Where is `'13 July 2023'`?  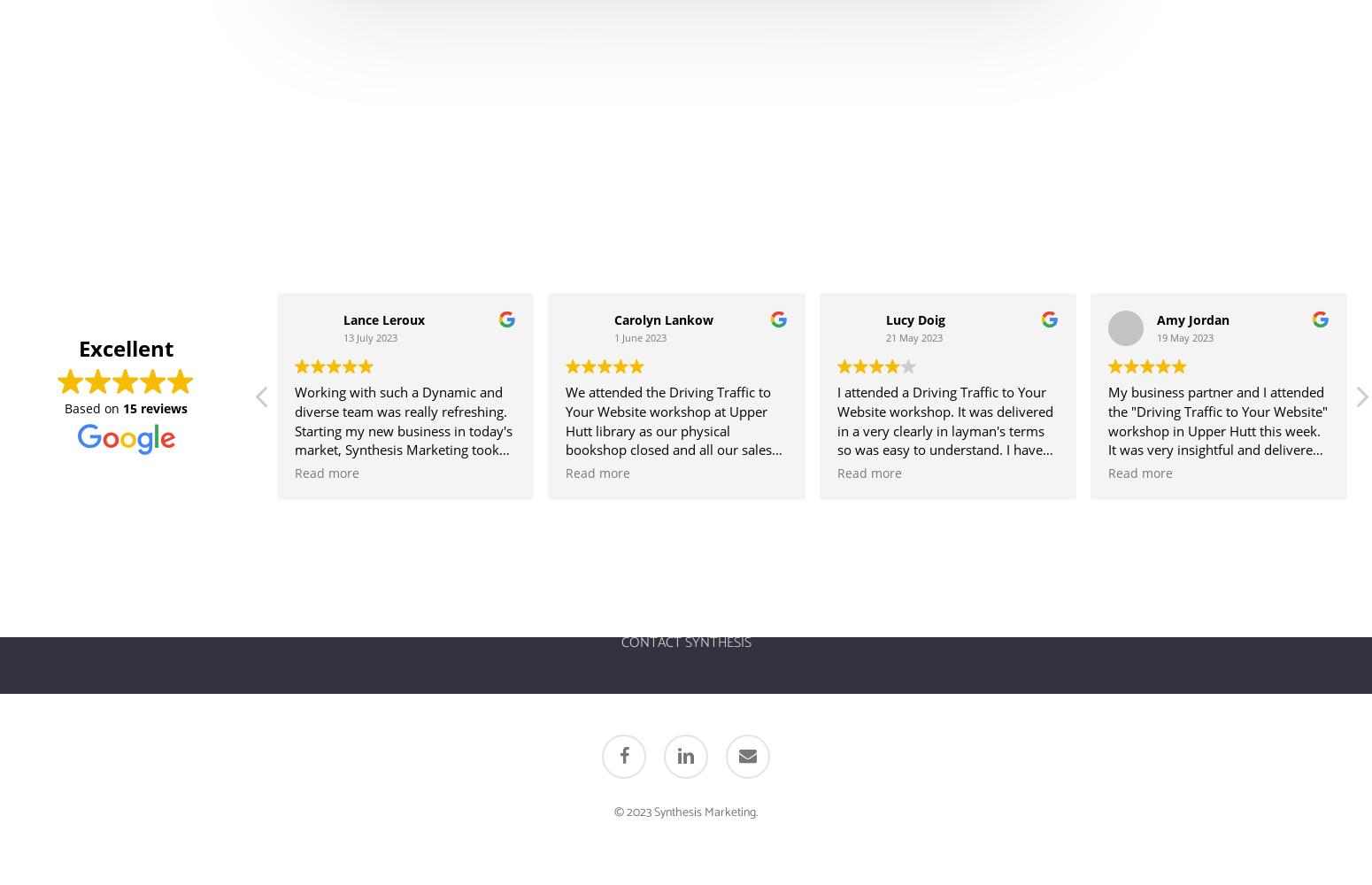 '13 July 2023' is located at coordinates (370, 336).